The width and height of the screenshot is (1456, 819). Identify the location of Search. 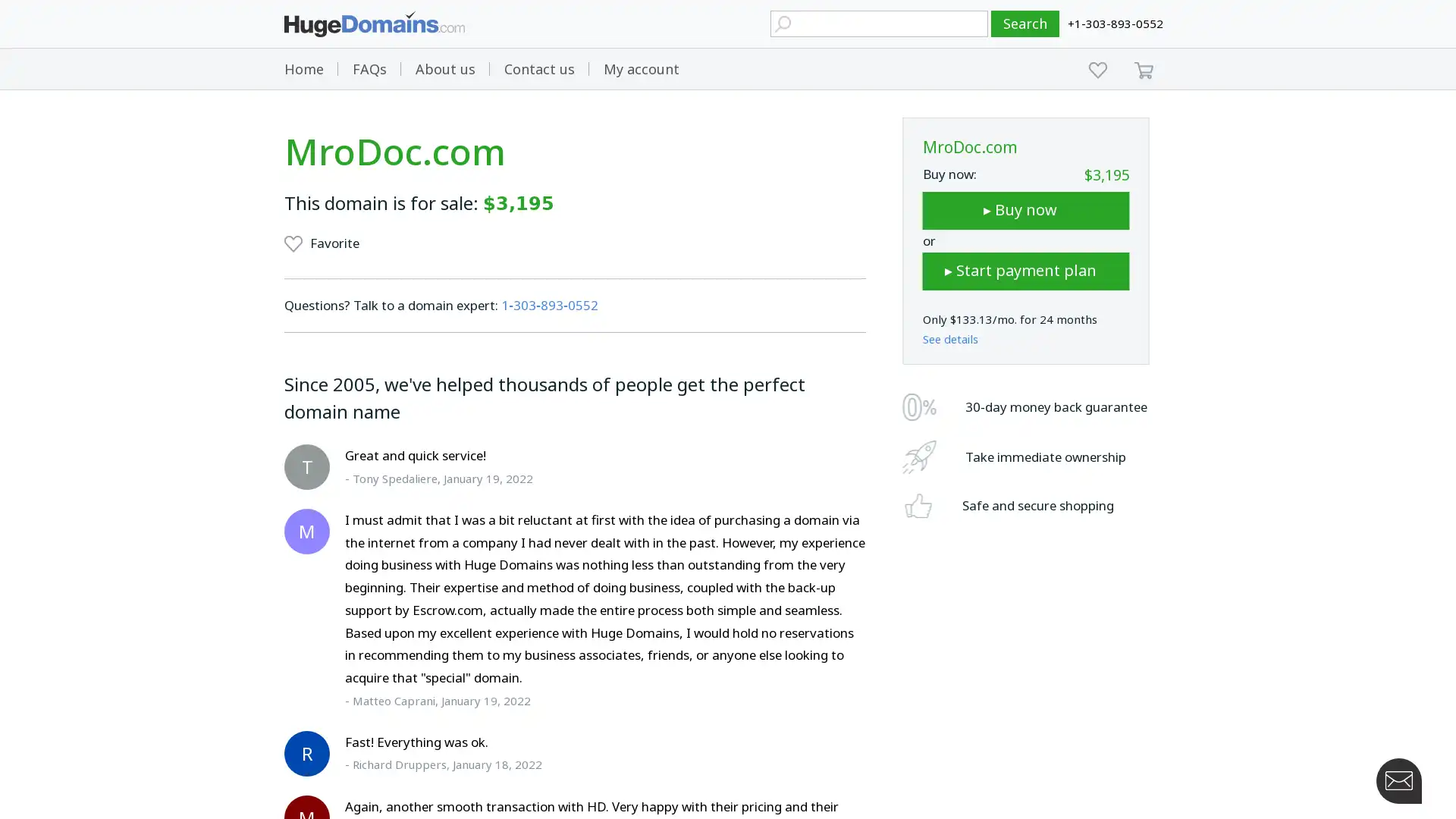
(1025, 24).